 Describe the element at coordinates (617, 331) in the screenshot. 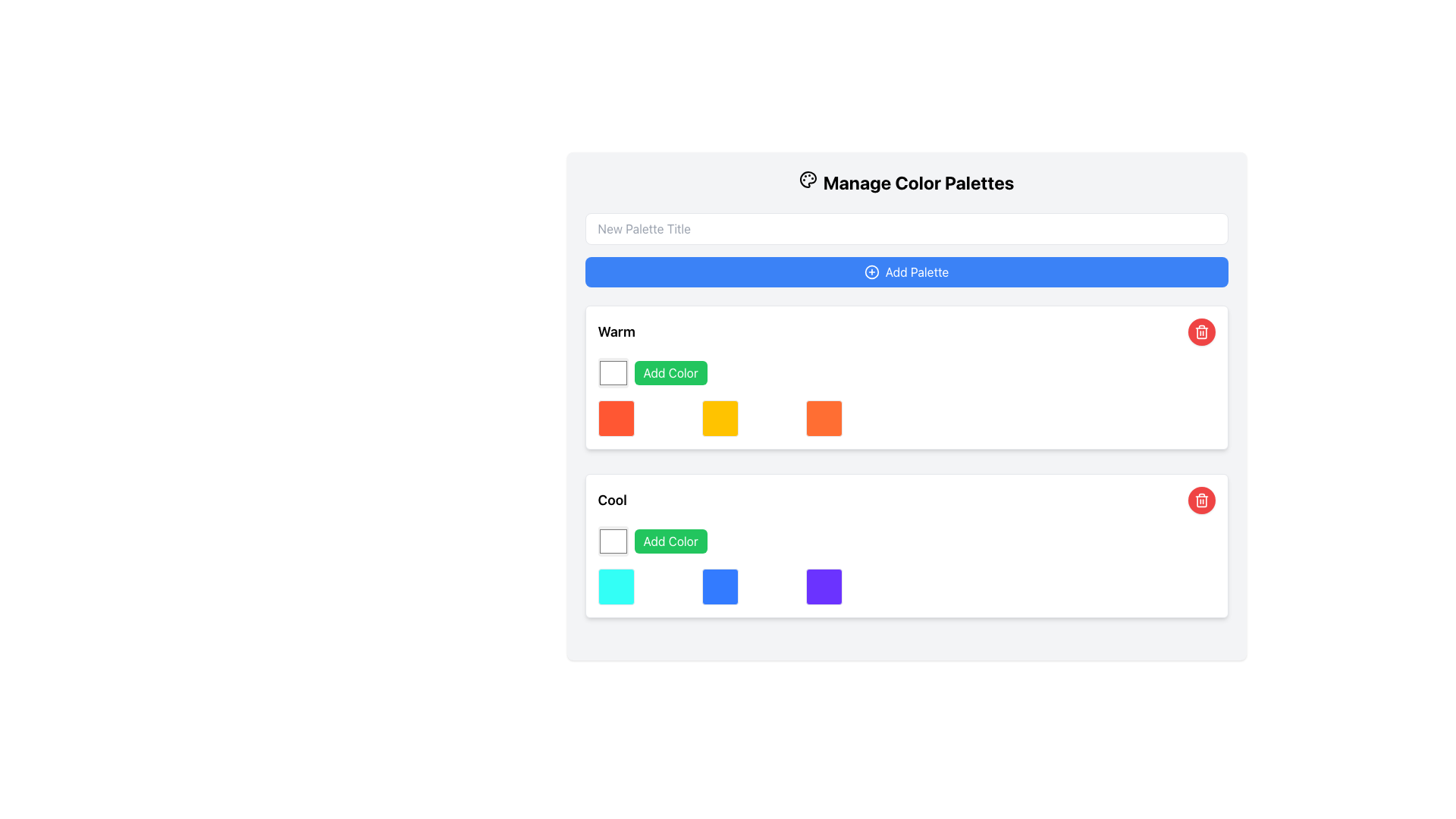

I see `the 'Warm' palette section's Text Label, which identifies the color palette group and is positioned above the colored boxes and 'Add Color' button` at that location.